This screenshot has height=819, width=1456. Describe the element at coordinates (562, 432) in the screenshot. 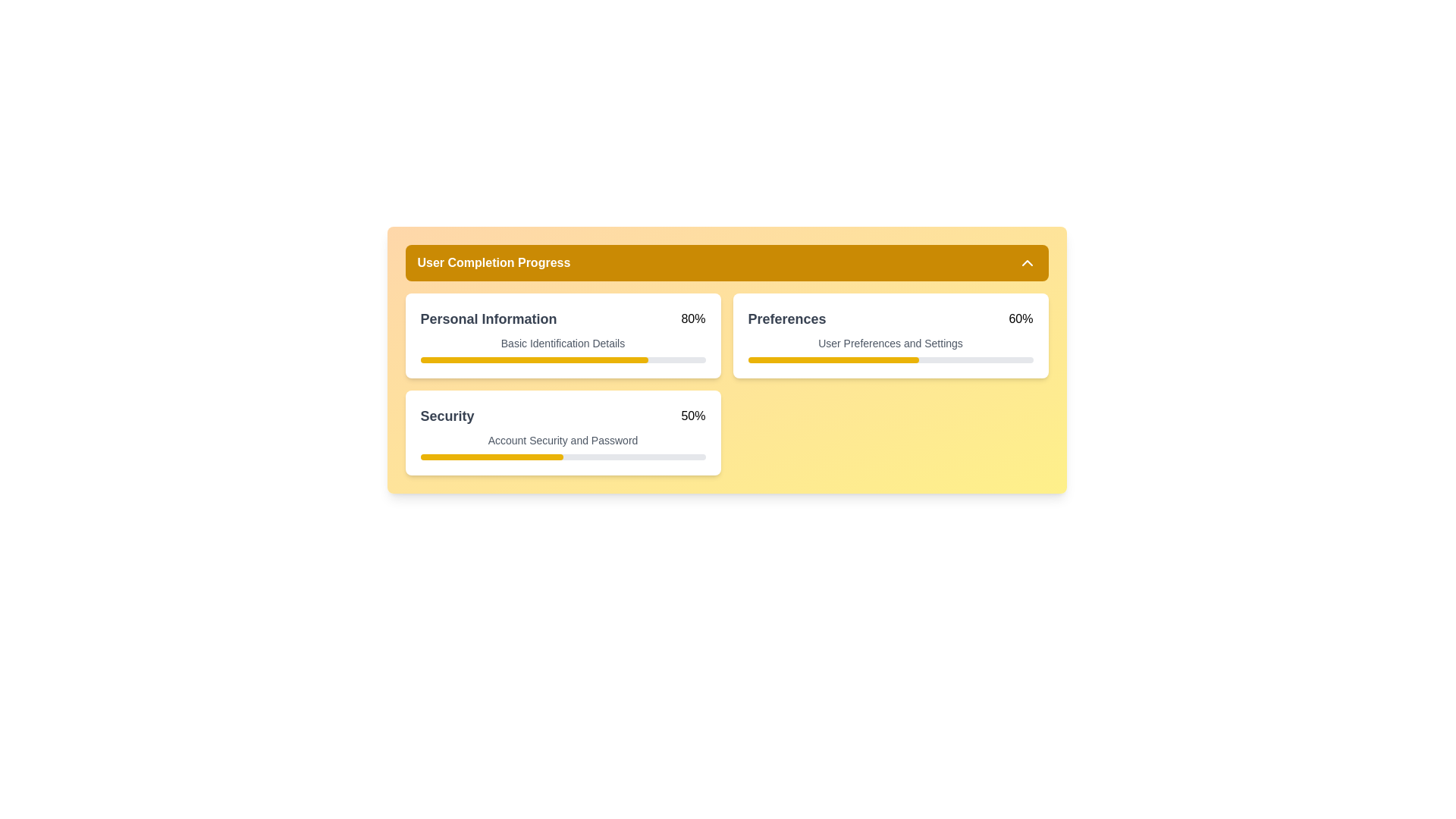

I see `the progress of the Card with Progress Bar titled 'Security', which displays a 50% completion status and contains a yellow progress bar at the bottom` at that location.